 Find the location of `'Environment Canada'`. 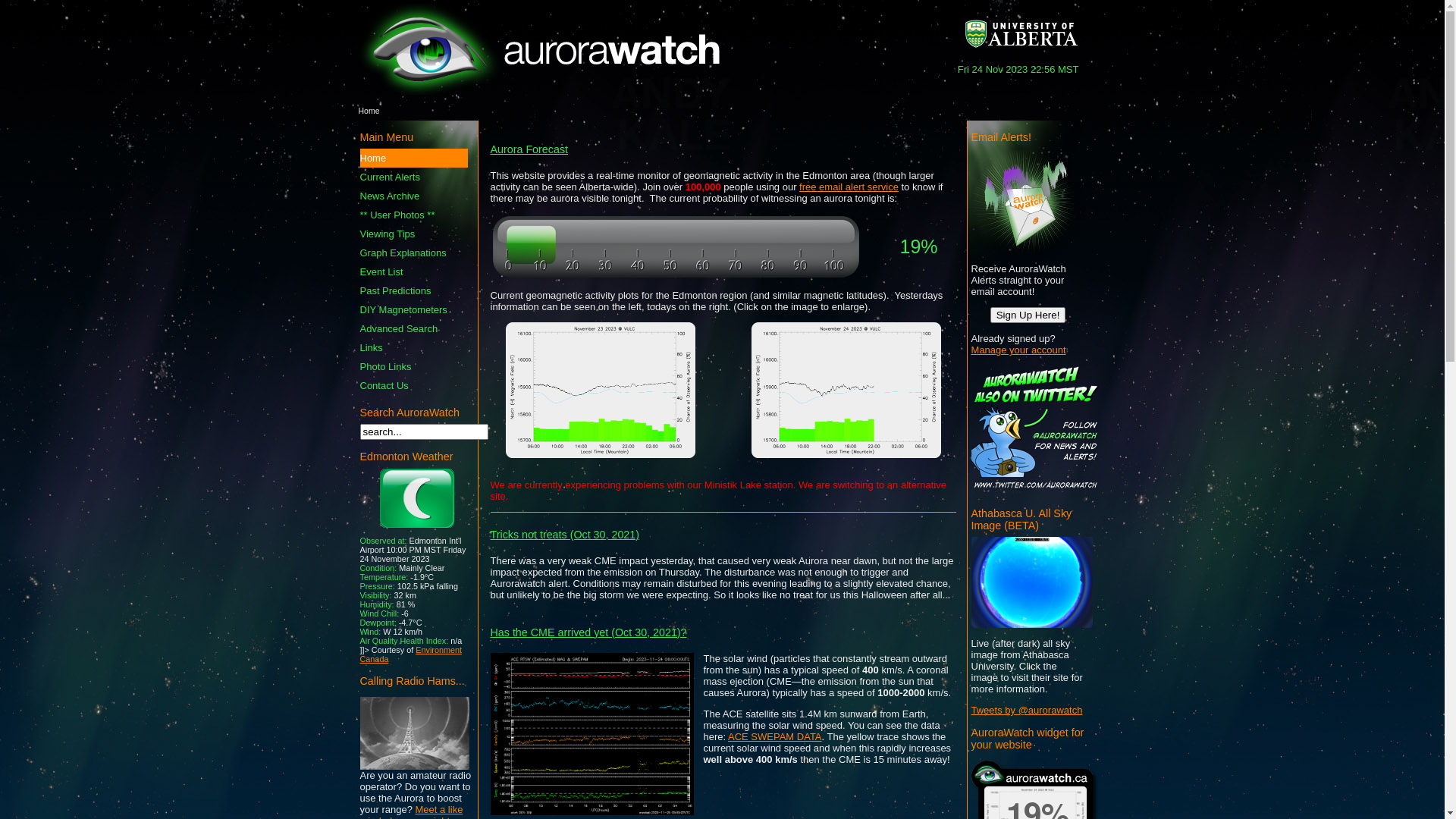

'Environment Canada' is located at coordinates (410, 654).